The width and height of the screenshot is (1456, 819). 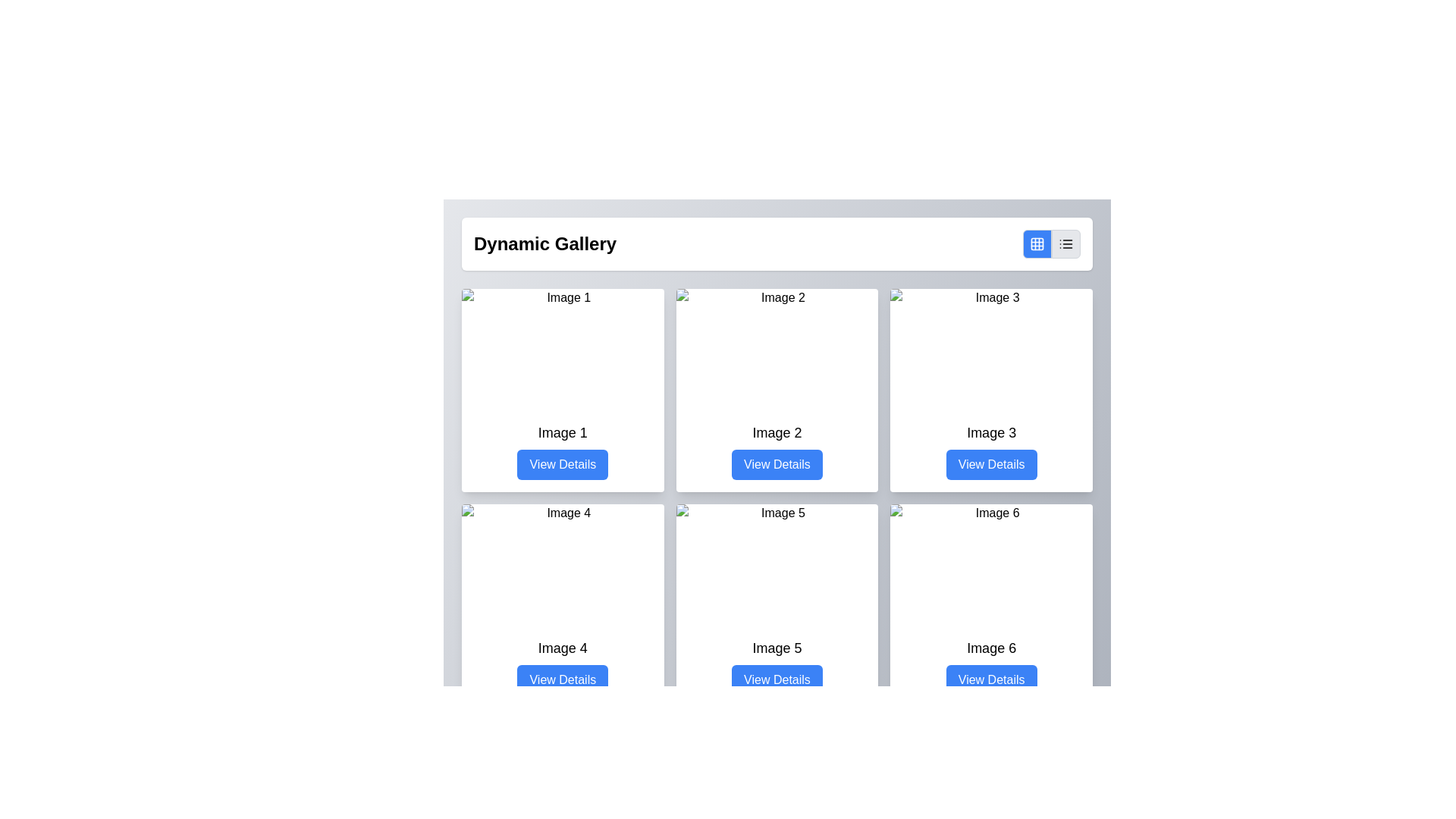 What do you see at coordinates (991, 604) in the screenshot?
I see `the card representing 'Image 6' located in the bottom-right corner of the grid layout, specifically the sixth card in the second row and third column` at bounding box center [991, 604].